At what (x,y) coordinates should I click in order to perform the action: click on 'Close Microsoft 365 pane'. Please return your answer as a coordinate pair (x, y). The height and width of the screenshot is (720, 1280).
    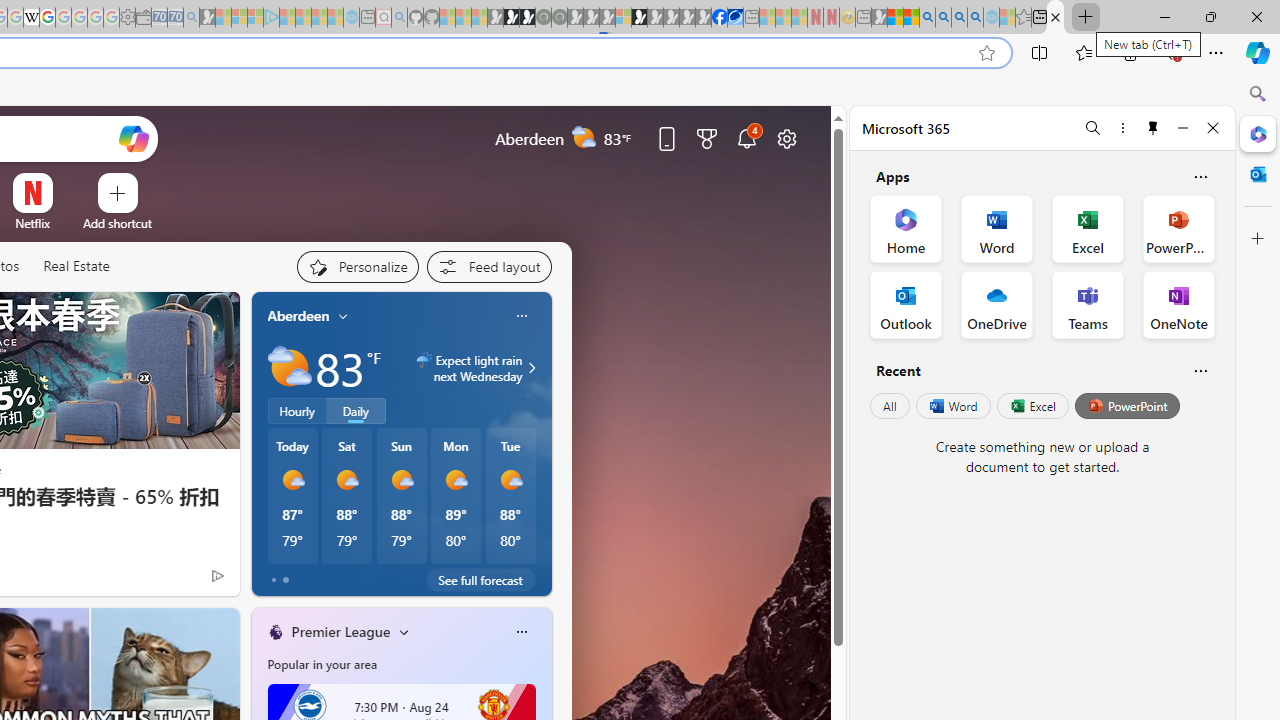
    Looking at the image, I should click on (1257, 133).